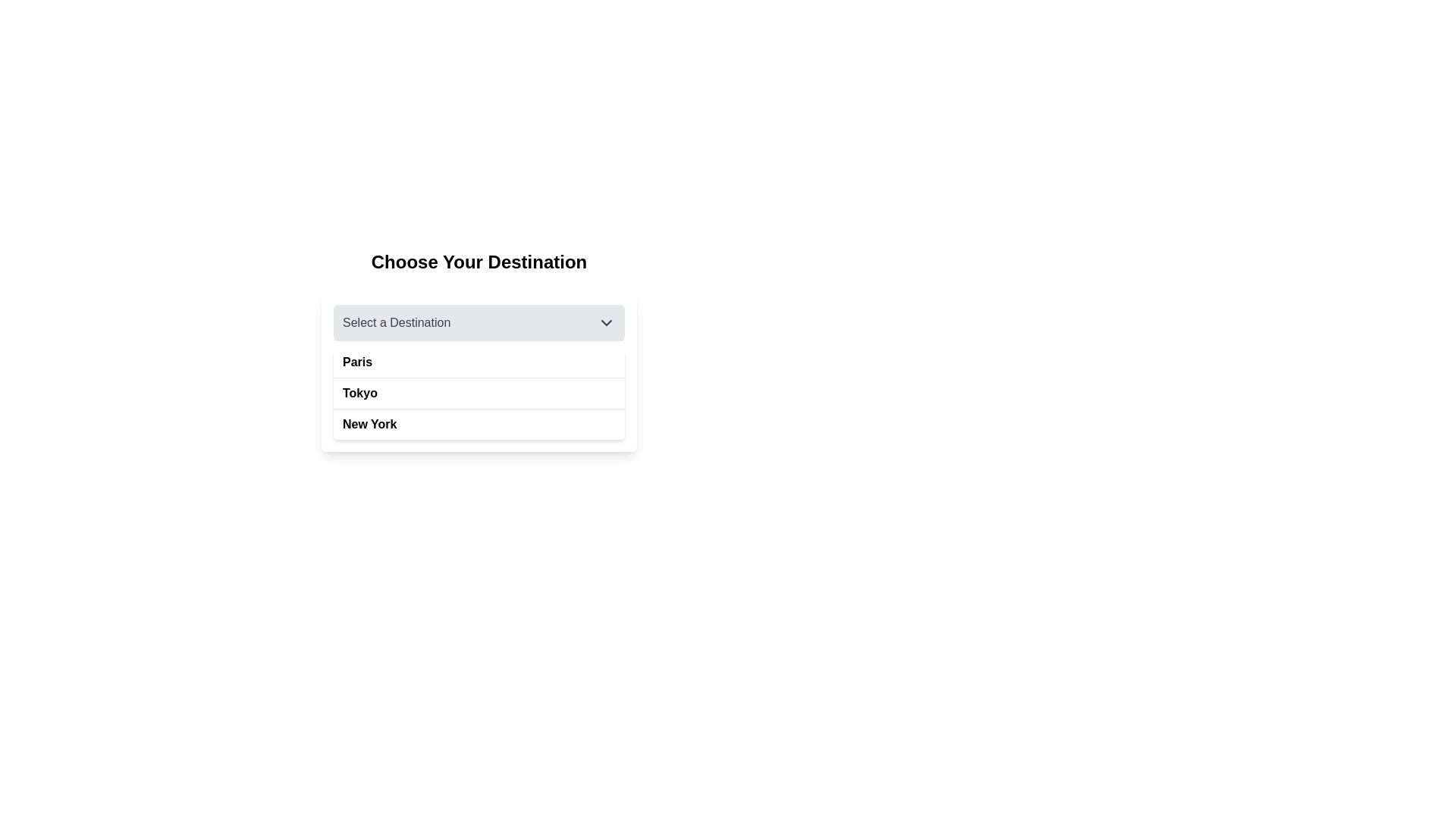 This screenshot has height=819, width=1456. I want to click on the list item labeled 'New York', so click(479, 424).